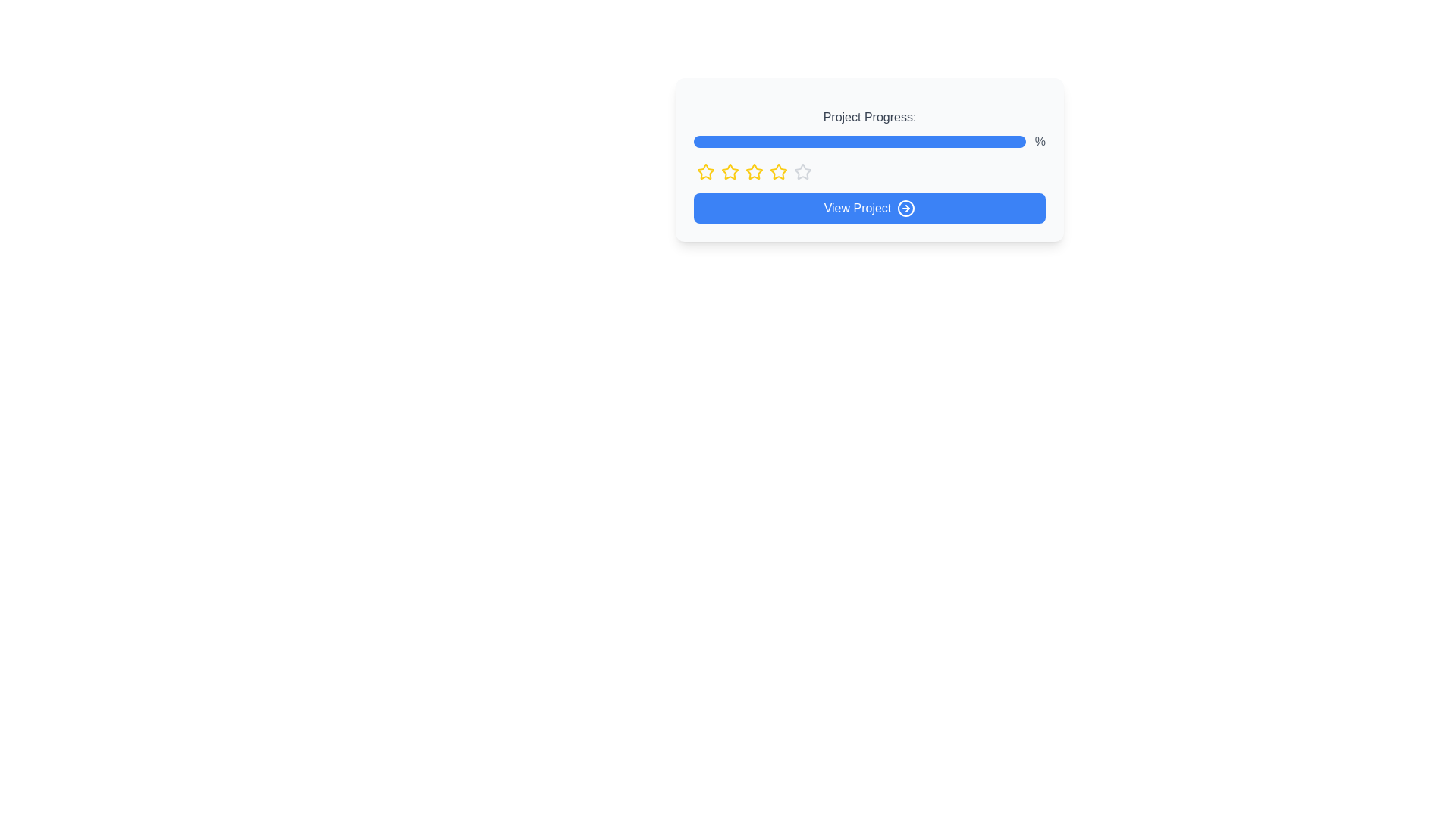 This screenshot has width=1456, height=819. Describe the element at coordinates (1039, 141) in the screenshot. I see `the gray percentage sign ('%') located at the right end of the horizontal progress bar` at that location.